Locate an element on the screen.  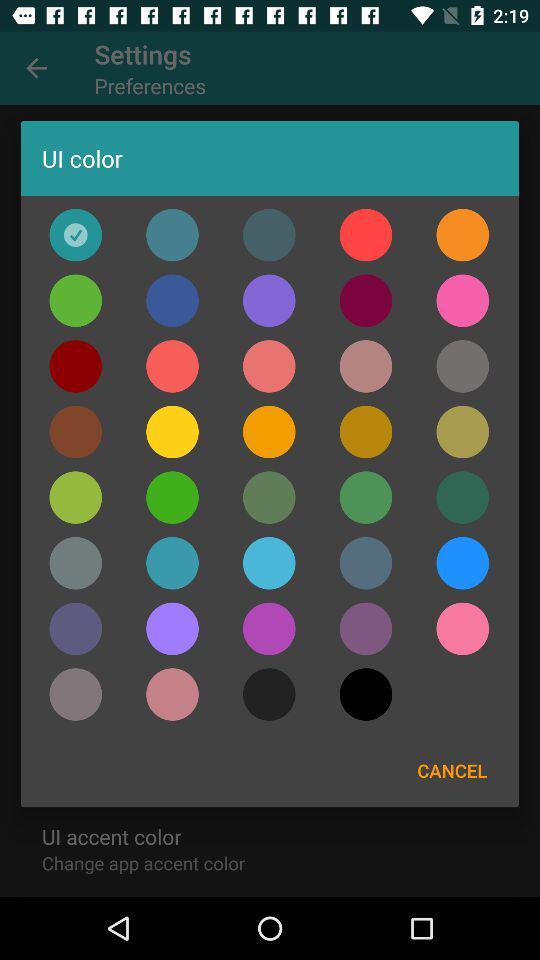
color is located at coordinates (74, 235).